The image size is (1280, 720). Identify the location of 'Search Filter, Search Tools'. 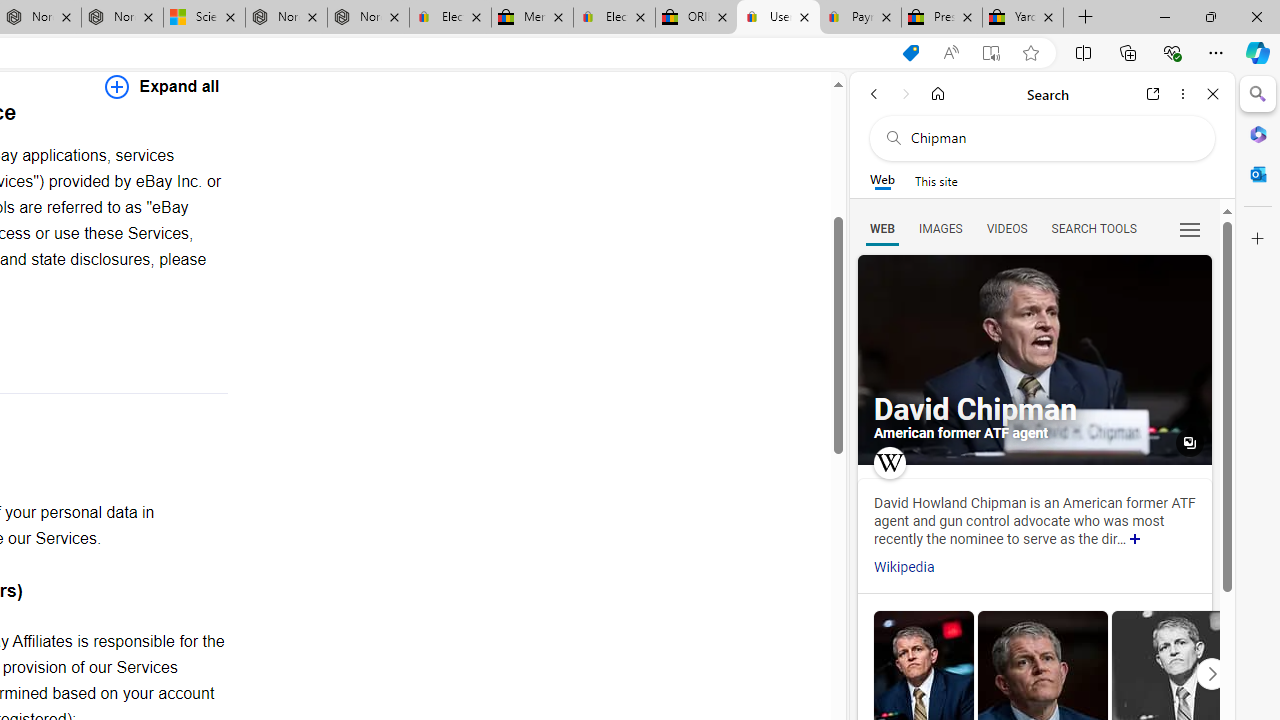
(1092, 227).